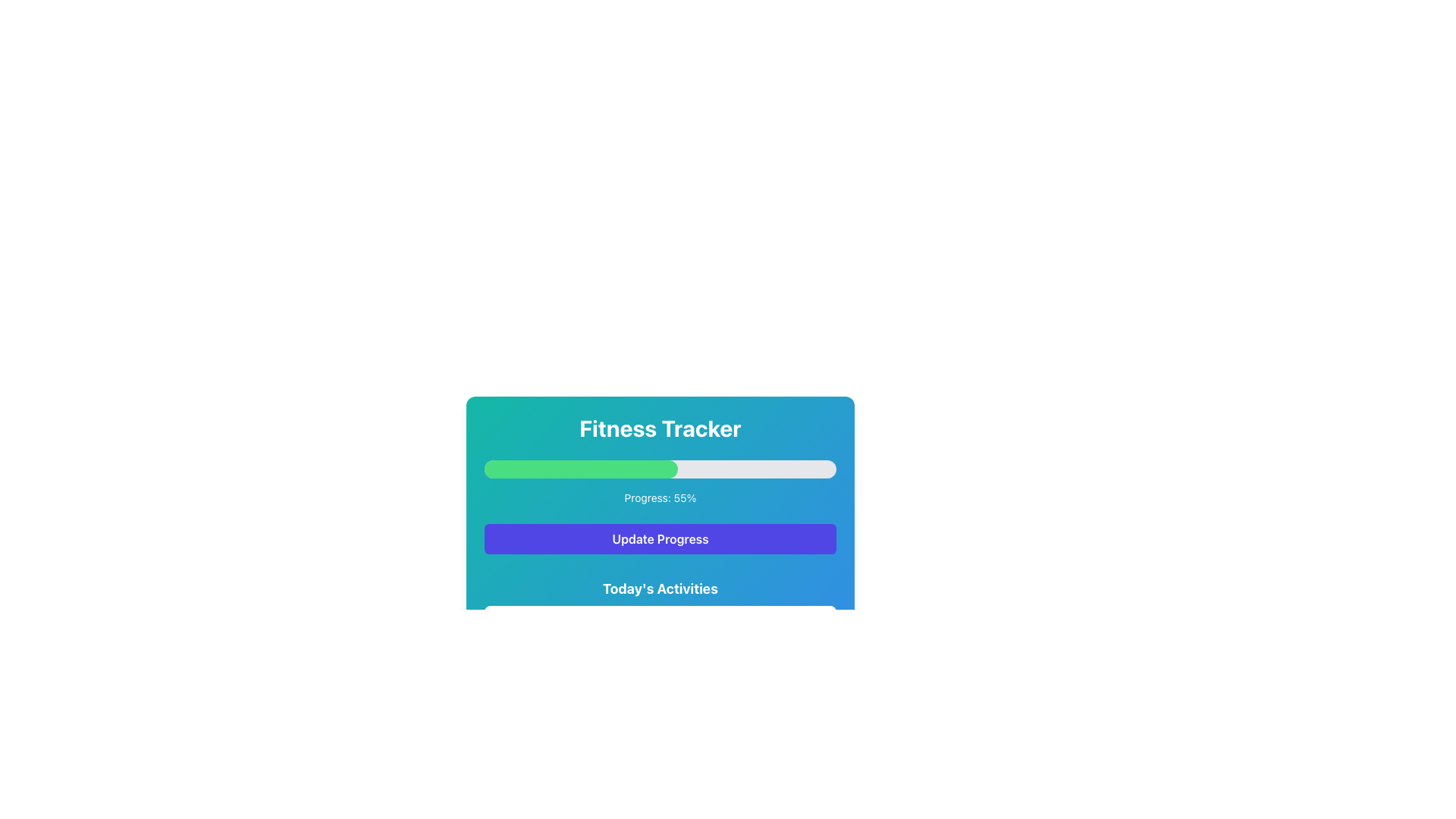 The width and height of the screenshot is (1456, 819). I want to click on the button located just below the progress bar labeled 'Progress: 55%' to update progress within the application, so click(660, 538).